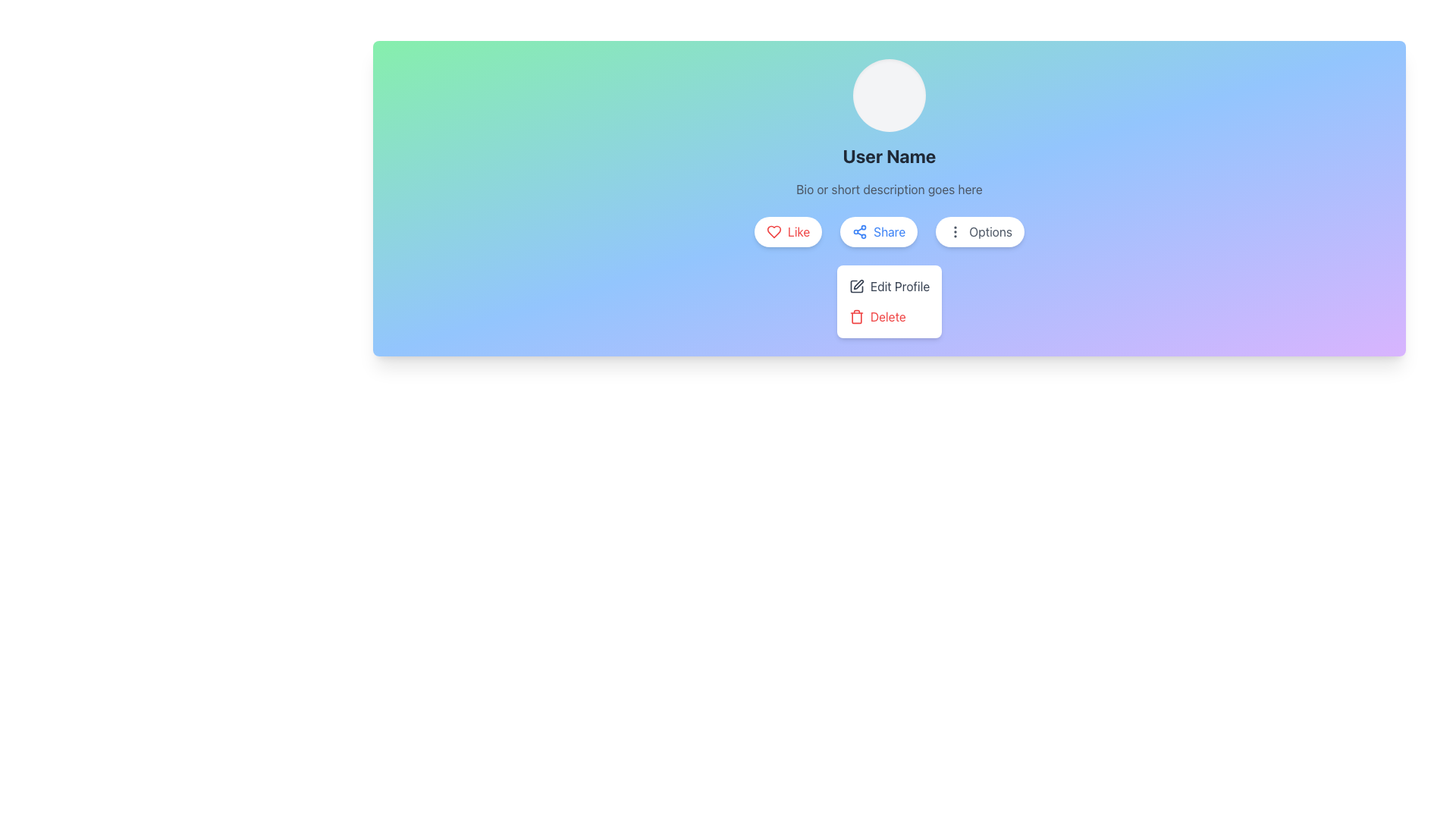 The image size is (1456, 819). Describe the element at coordinates (955, 231) in the screenshot. I see `the Ellipsis icon, which consists of three vertically aligned circles` at that location.